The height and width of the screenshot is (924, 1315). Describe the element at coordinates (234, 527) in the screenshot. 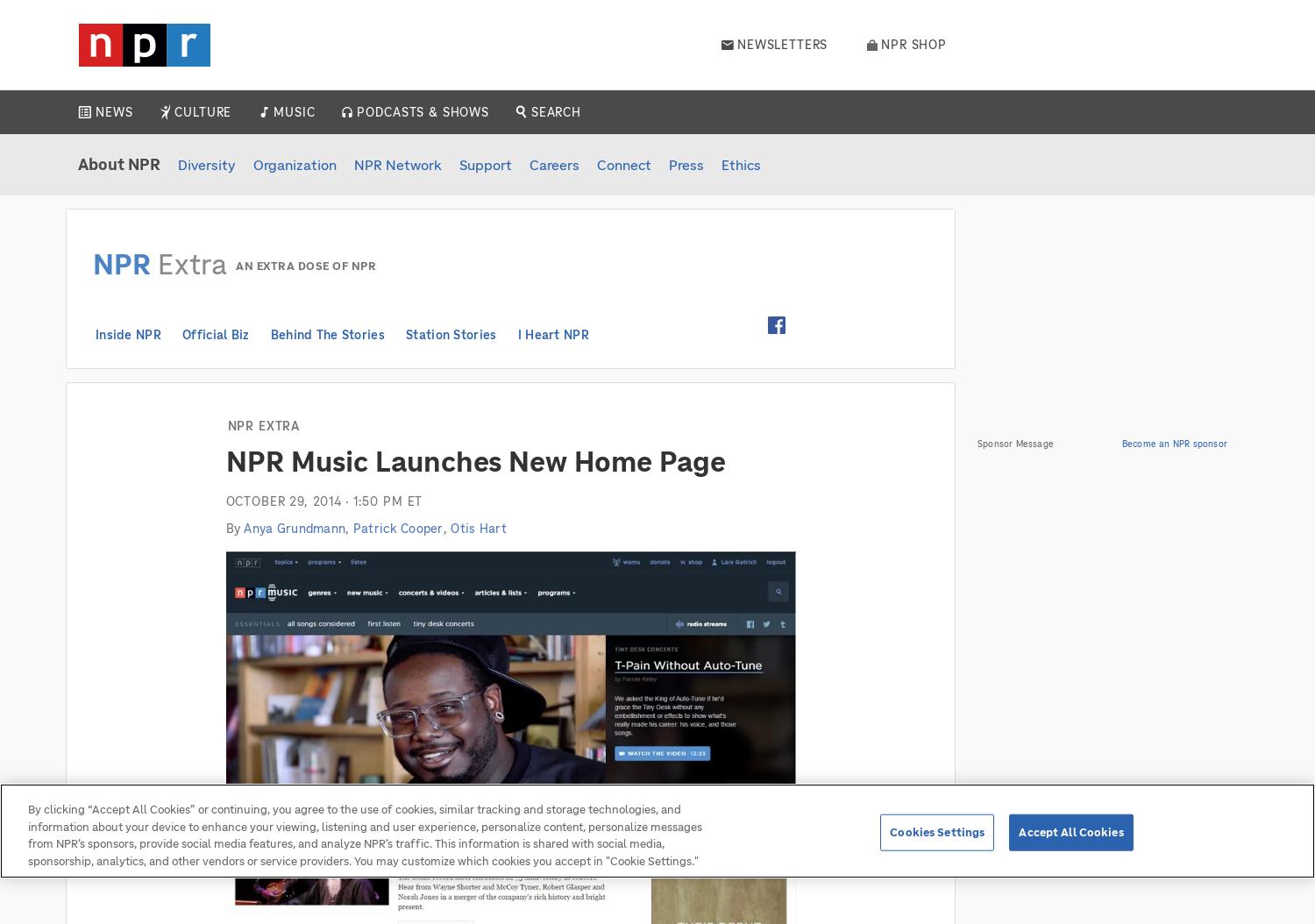

I see `'By'` at that location.